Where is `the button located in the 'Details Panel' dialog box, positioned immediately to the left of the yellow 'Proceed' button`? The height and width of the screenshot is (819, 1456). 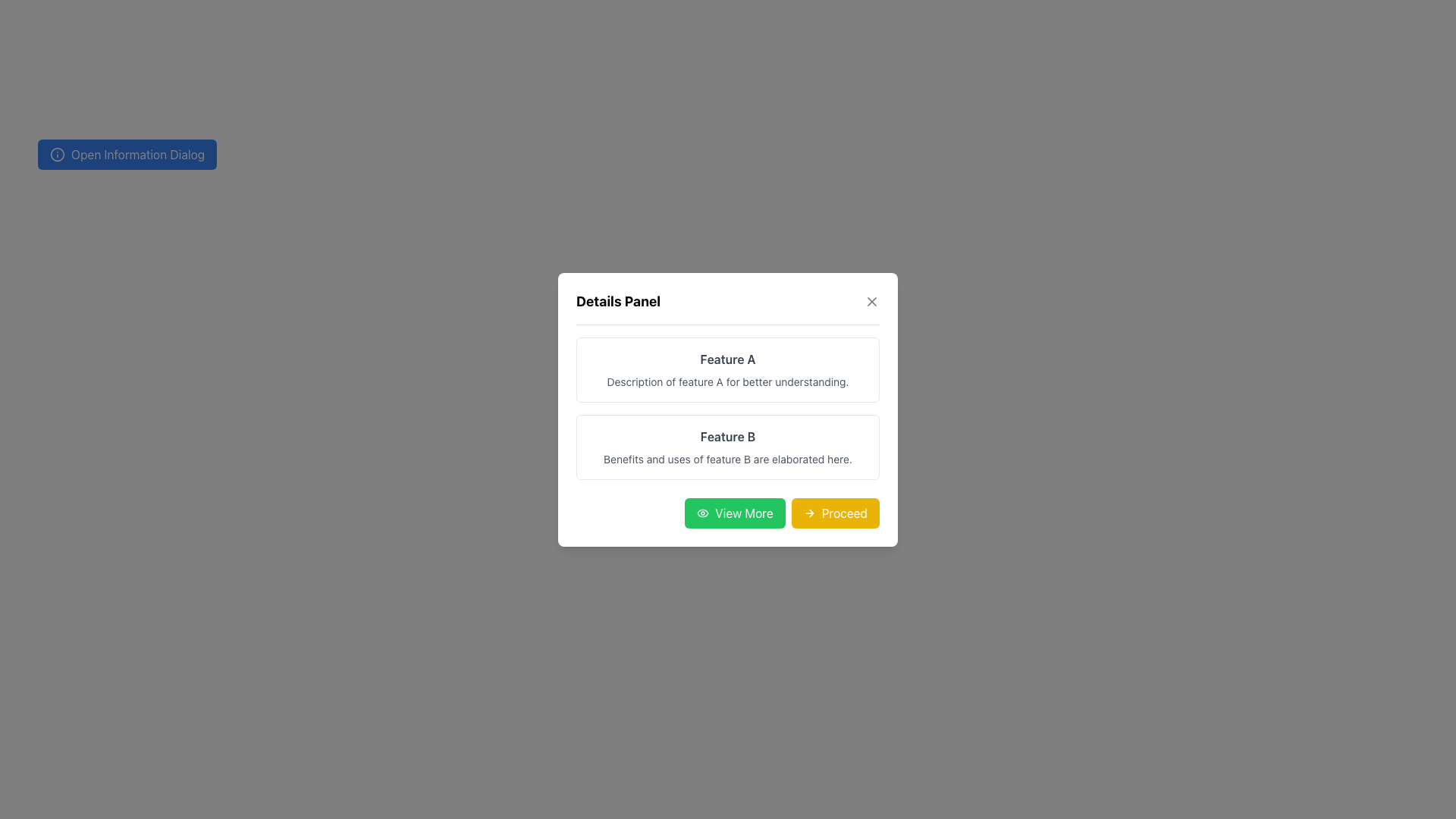
the button located in the 'Details Panel' dialog box, positioned immediately to the left of the yellow 'Proceed' button is located at coordinates (735, 512).